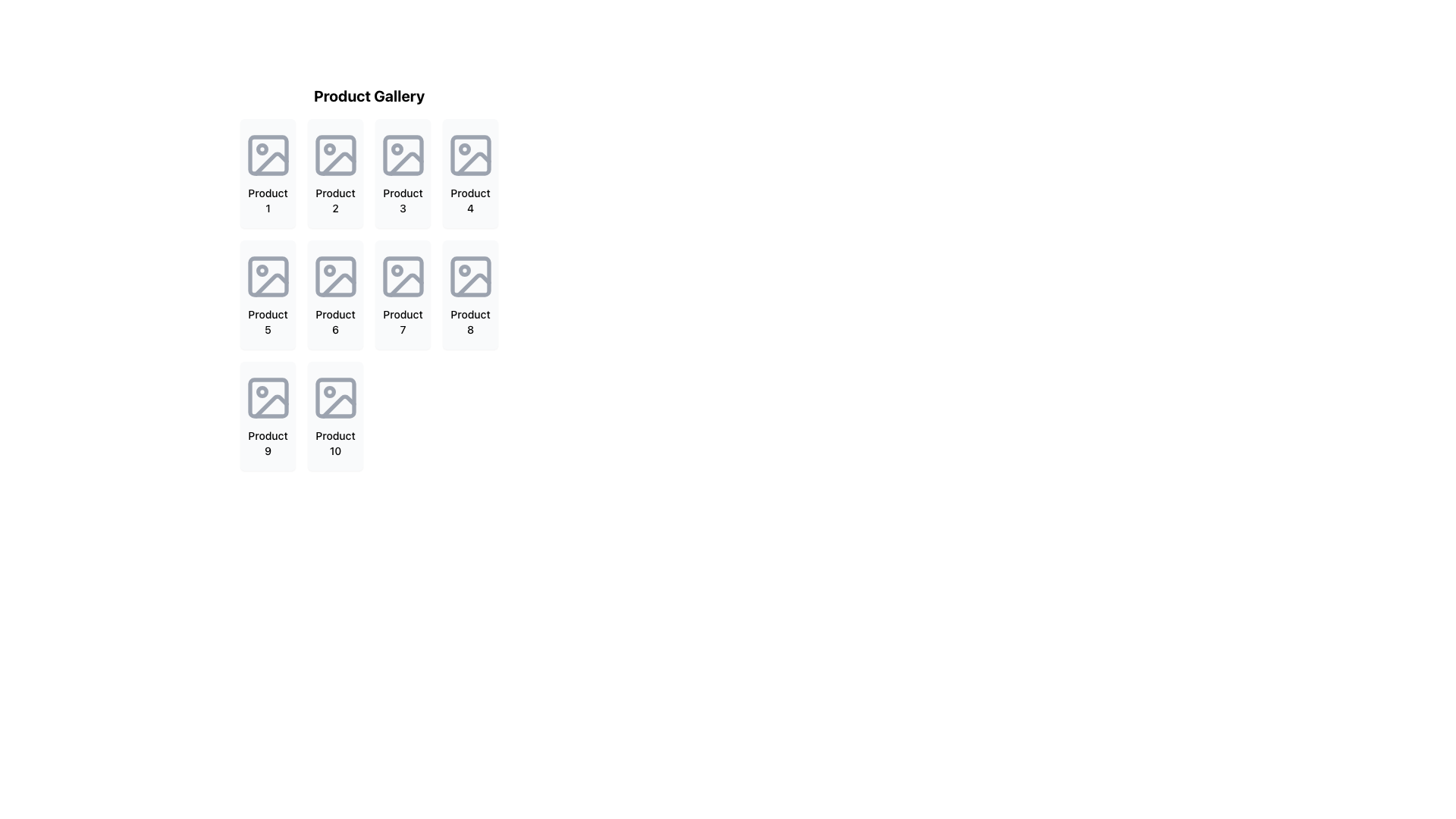  Describe the element at coordinates (268, 295) in the screenshot. I see `the Card Component representing 'Product 5'` at that location.